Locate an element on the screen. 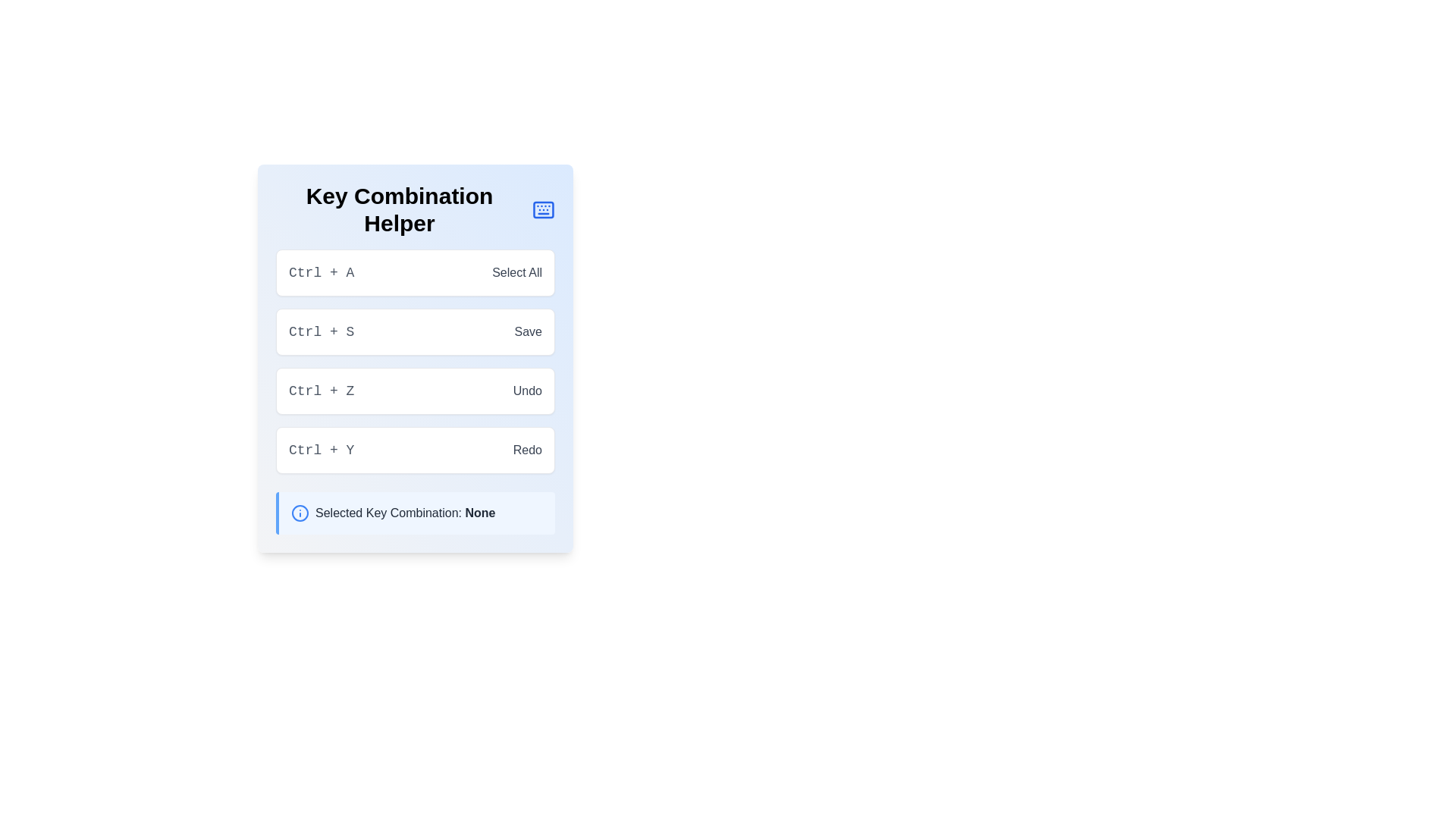  the Text label displaying 'None,' which indicates the current state of the selected key combination, located at the end of the text 'Selected Key Combination:' near the bottom-left corner of the interface is located at coordinates (479, 512).